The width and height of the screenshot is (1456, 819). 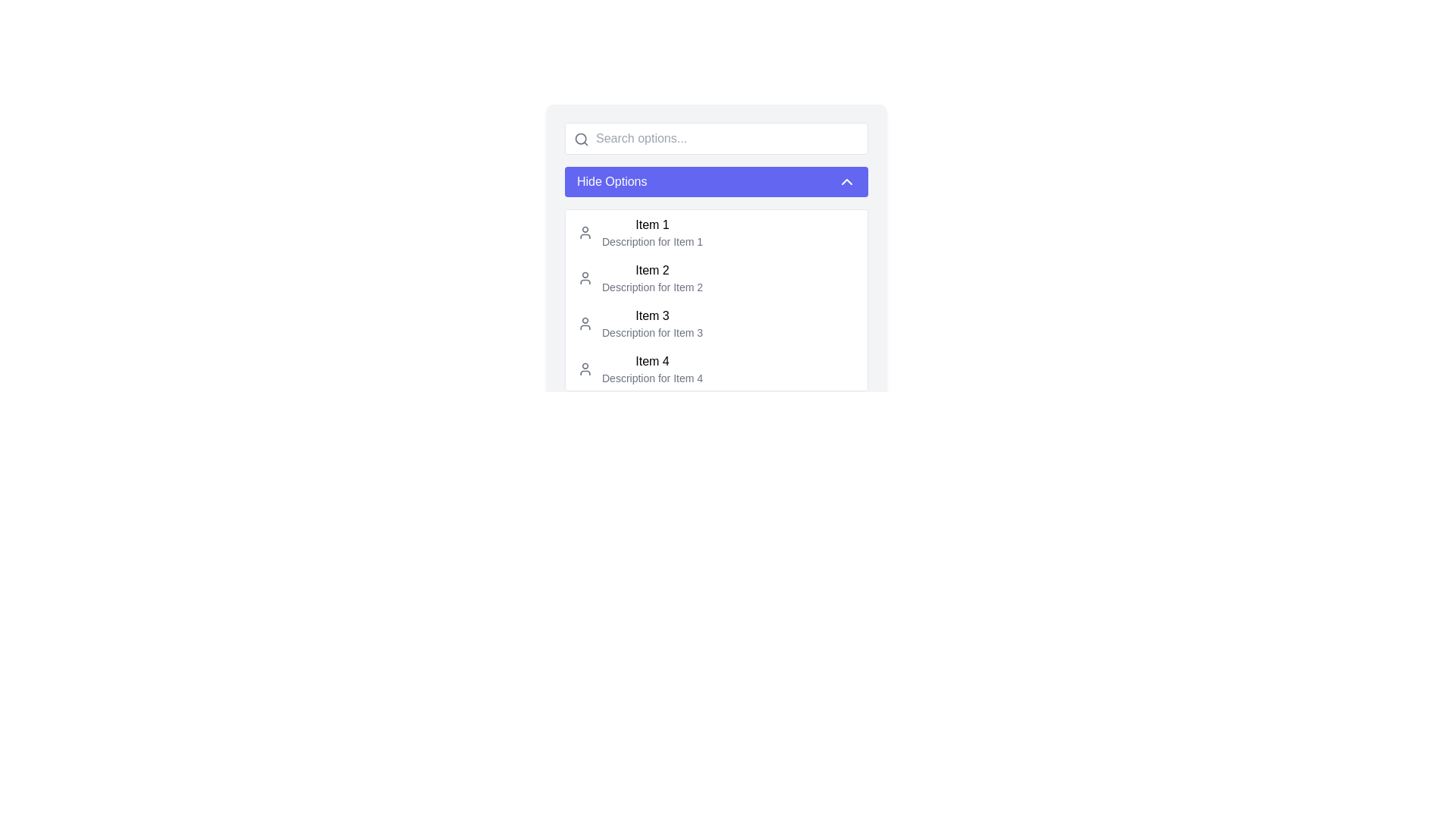 I want to click on the text label that reads 'Description for Item 2', which is styled in a smaller font size and gray color, located directly below the bolded 'Item 2' text, so click(x=652, y=287).